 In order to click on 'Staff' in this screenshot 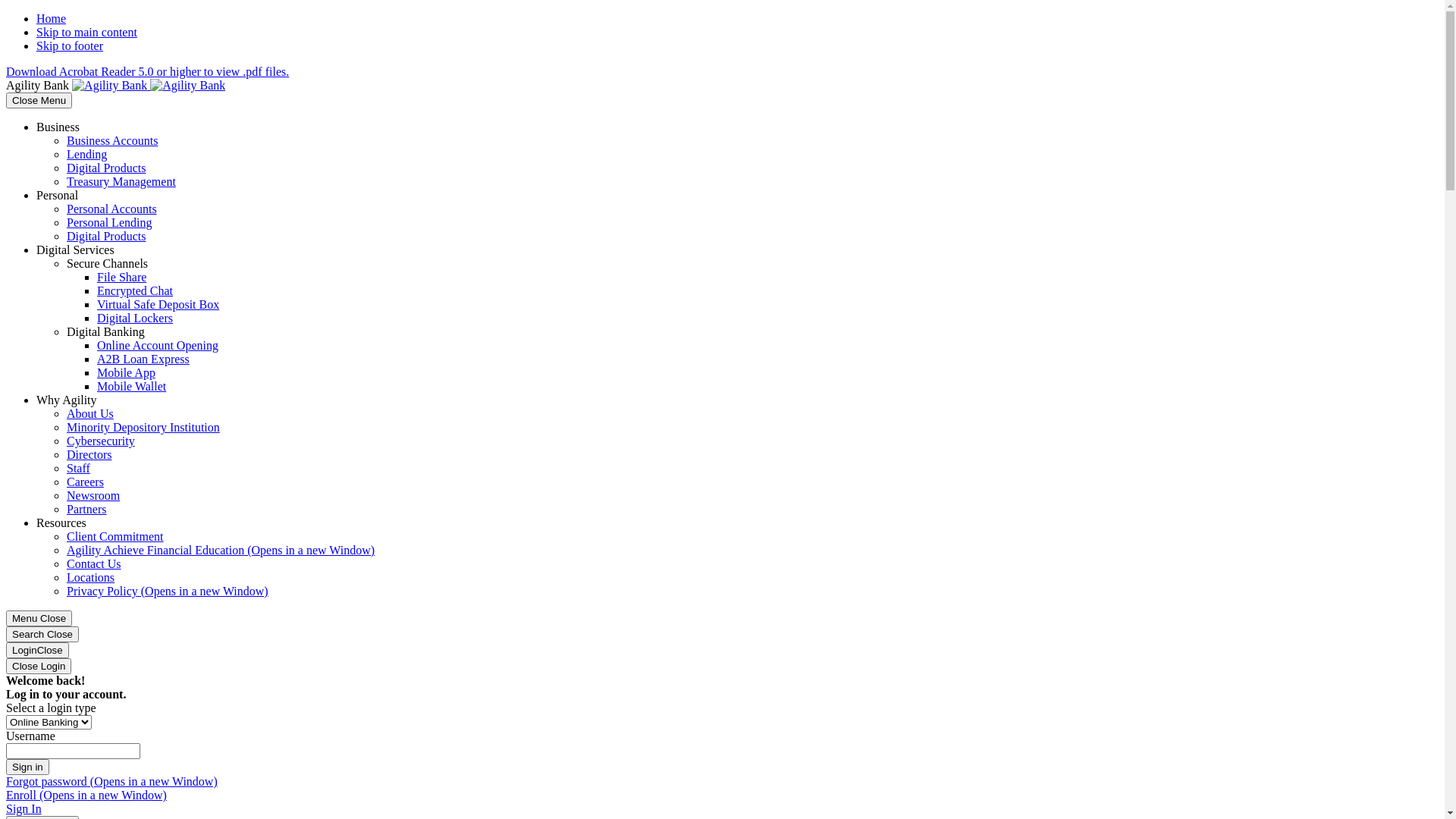, I will do `click(77, 467)`.